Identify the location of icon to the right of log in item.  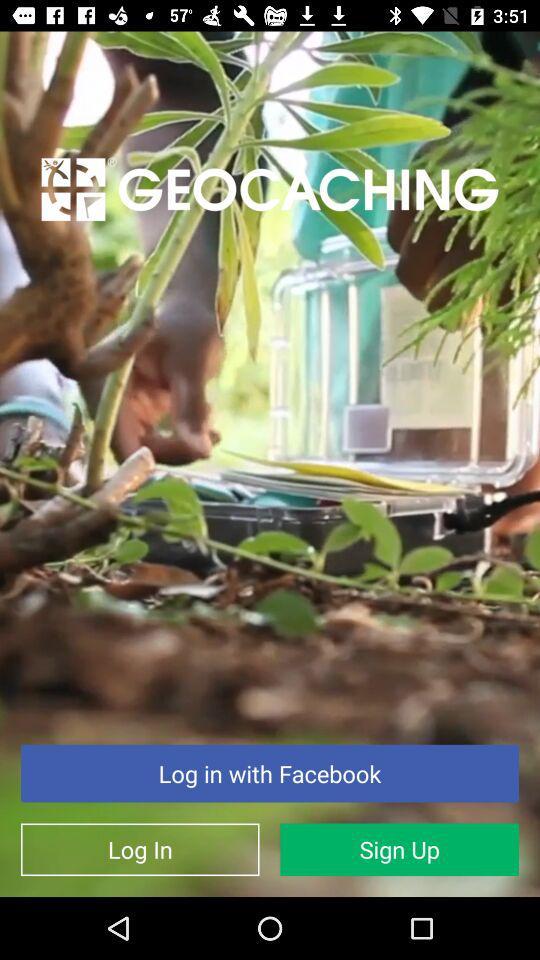
(399, 848).